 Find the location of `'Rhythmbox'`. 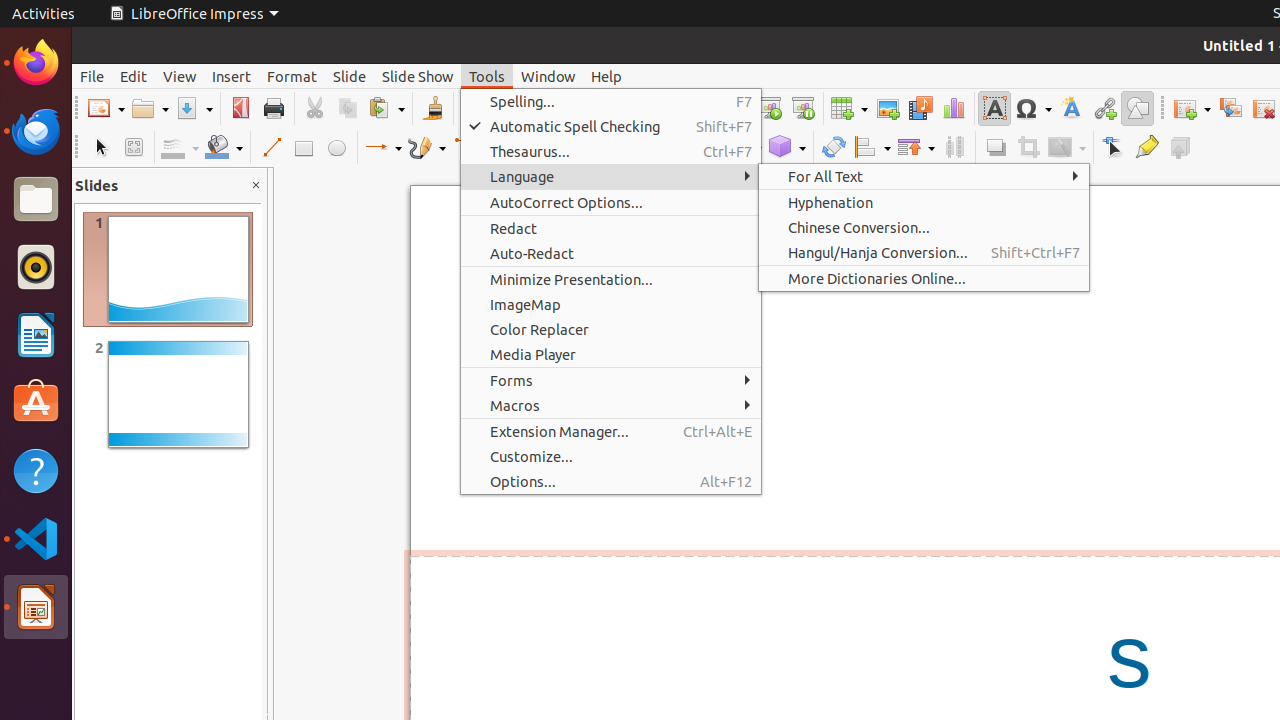

'Rhythmbox' is located at coordinates (35, 265).